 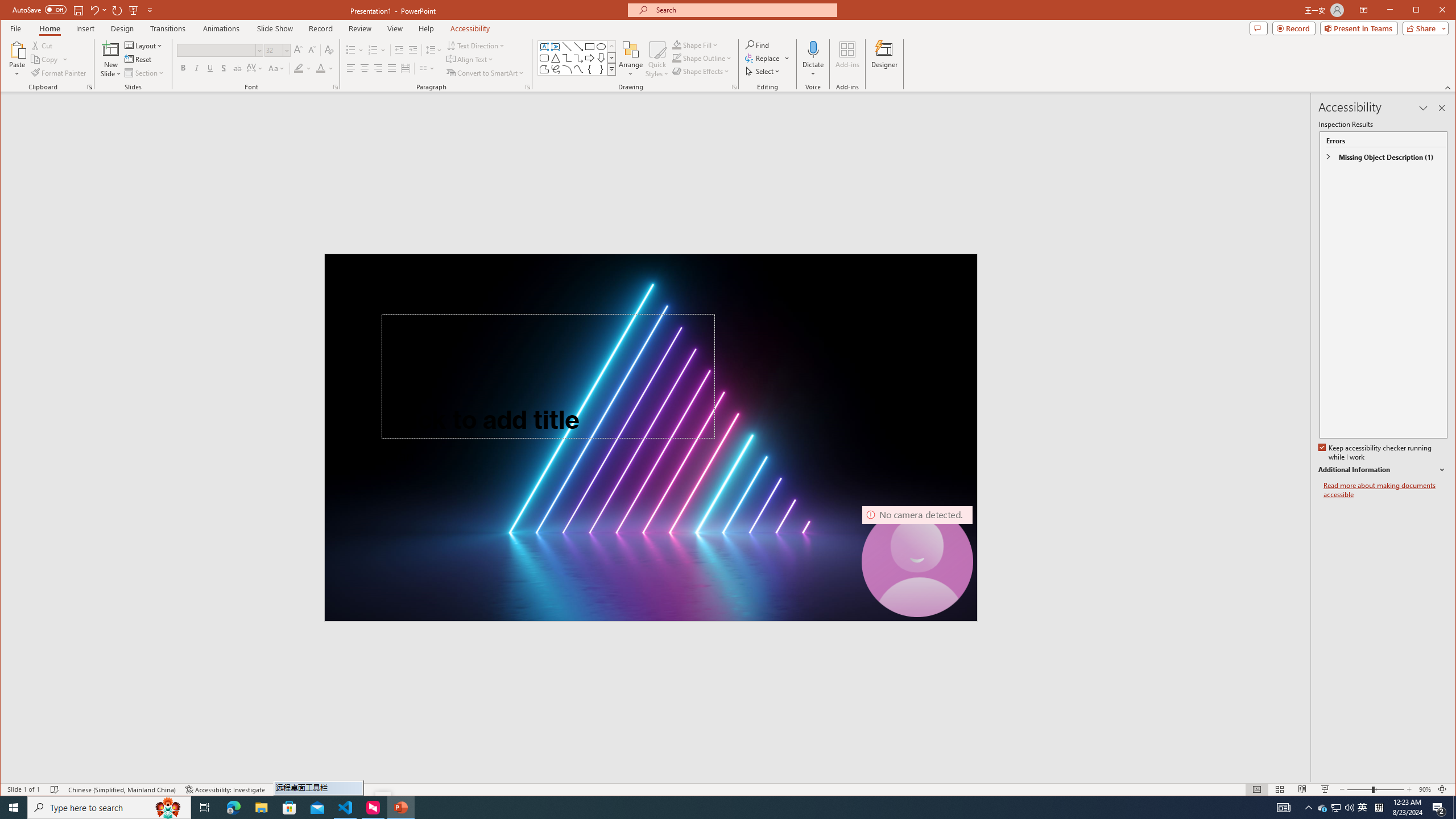 I want to click on 'Shape Outline Blue, Accent 1', so click(x=677, y=58).